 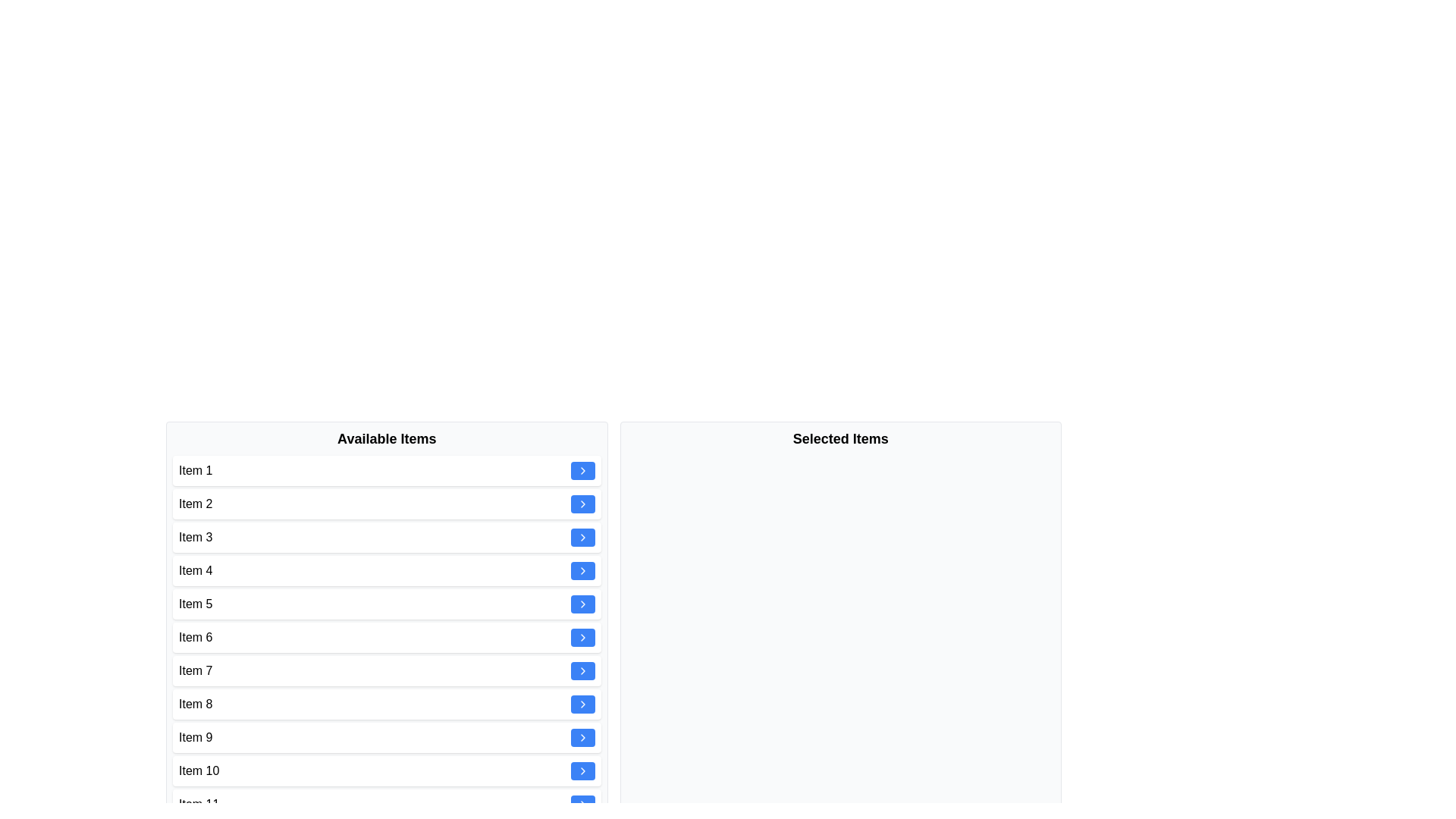 I want to click on the right-facing chevron icon within the button located in the eleventh row of the 'Available Items' panel, so click(x=582, y=704).